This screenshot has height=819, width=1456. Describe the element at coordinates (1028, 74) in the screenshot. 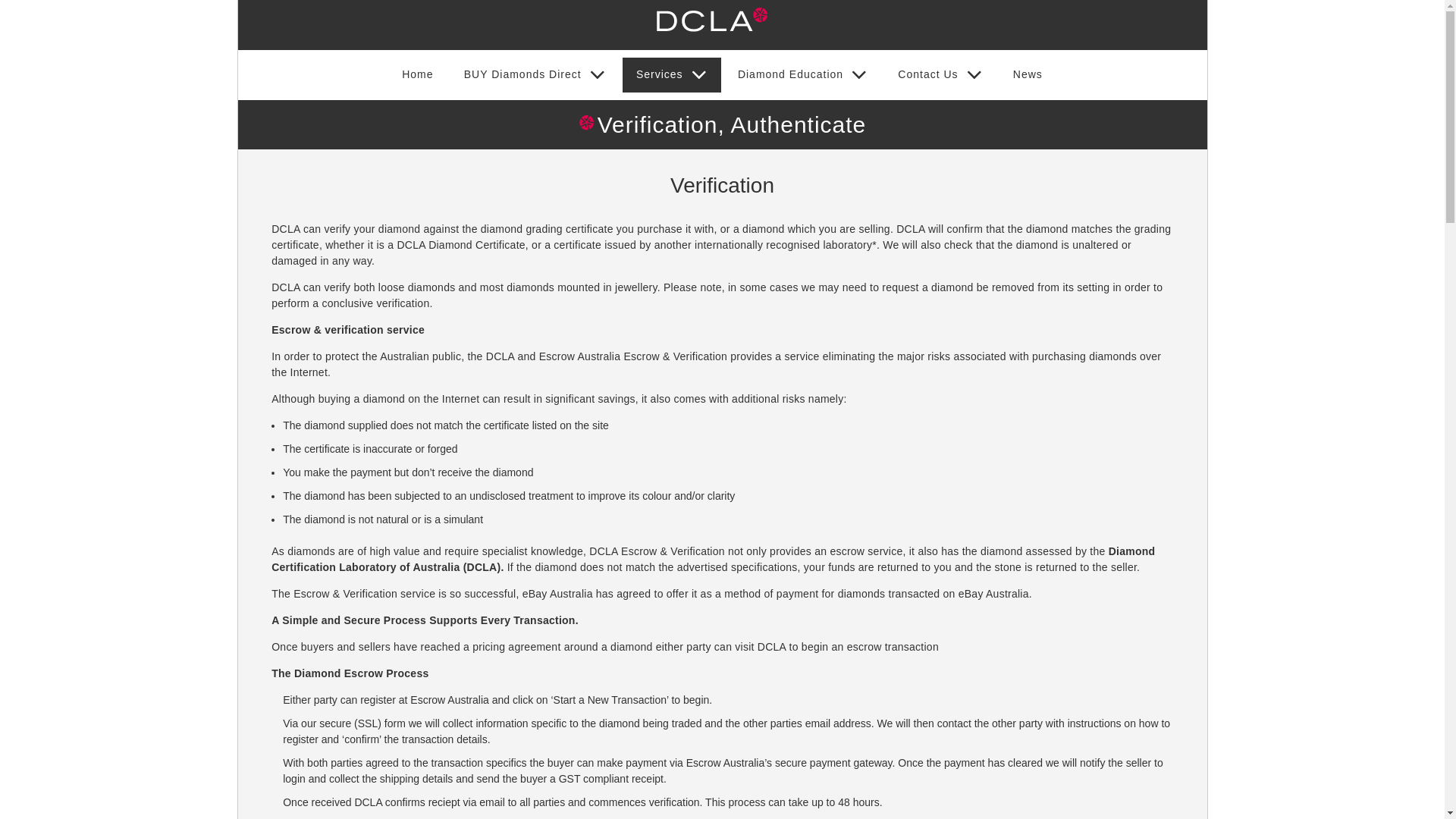

I see `'News'` at that location.